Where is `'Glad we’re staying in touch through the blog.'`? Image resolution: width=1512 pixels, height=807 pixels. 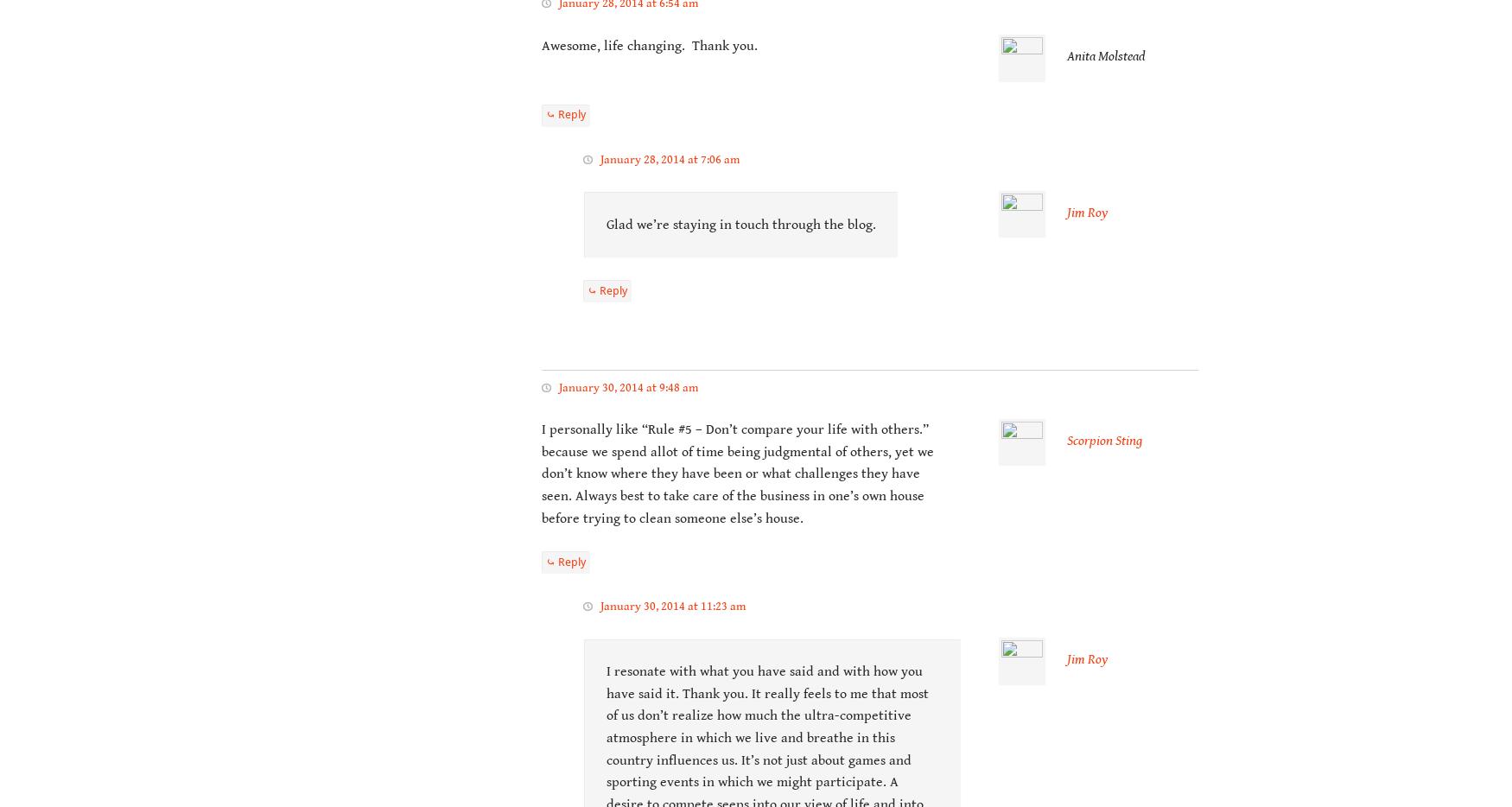 'Glad we’re staying in touch through the blog.' is located at coordinates (606, 224).